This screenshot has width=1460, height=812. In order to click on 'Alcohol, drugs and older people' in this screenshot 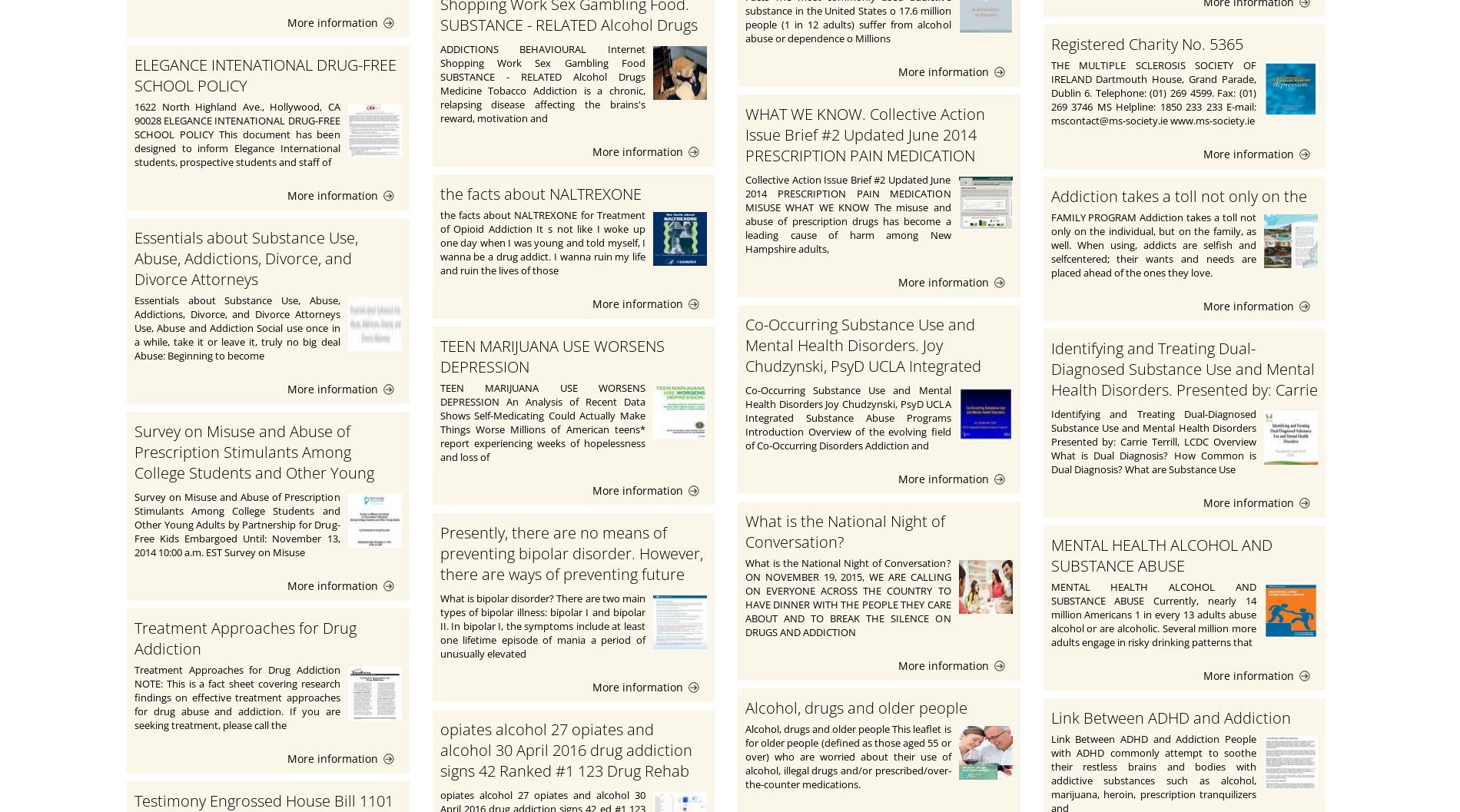, I will do `click(856, 708)`.